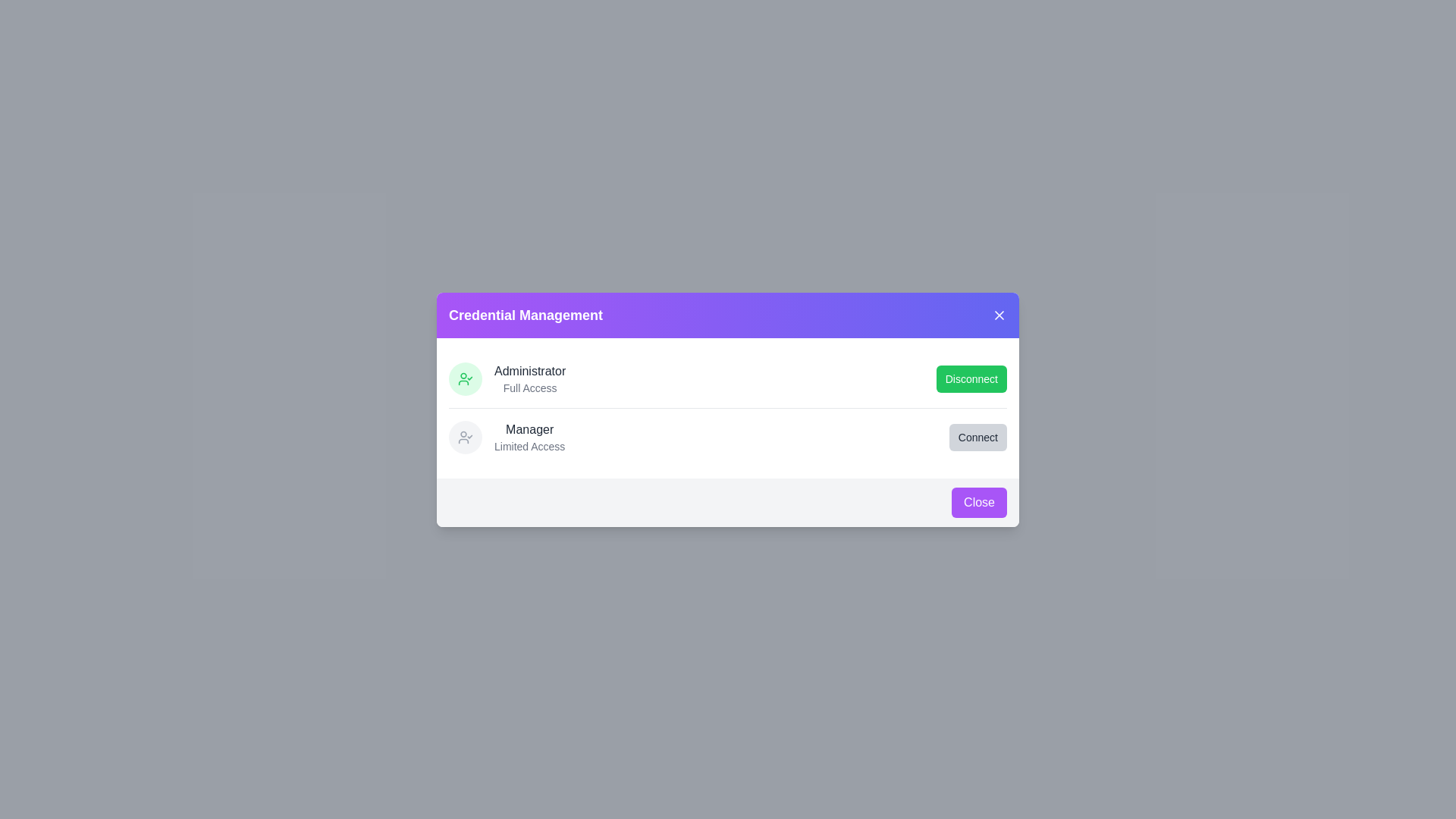  What do you see at coordinates (507, 437) in the screenshot?
I see `the displayed information of the 'Manager' informational list item component, which shows 'Limited Access' and is positioned between 'Administrator' and 'Connect'` at bounding box center [507, 437].